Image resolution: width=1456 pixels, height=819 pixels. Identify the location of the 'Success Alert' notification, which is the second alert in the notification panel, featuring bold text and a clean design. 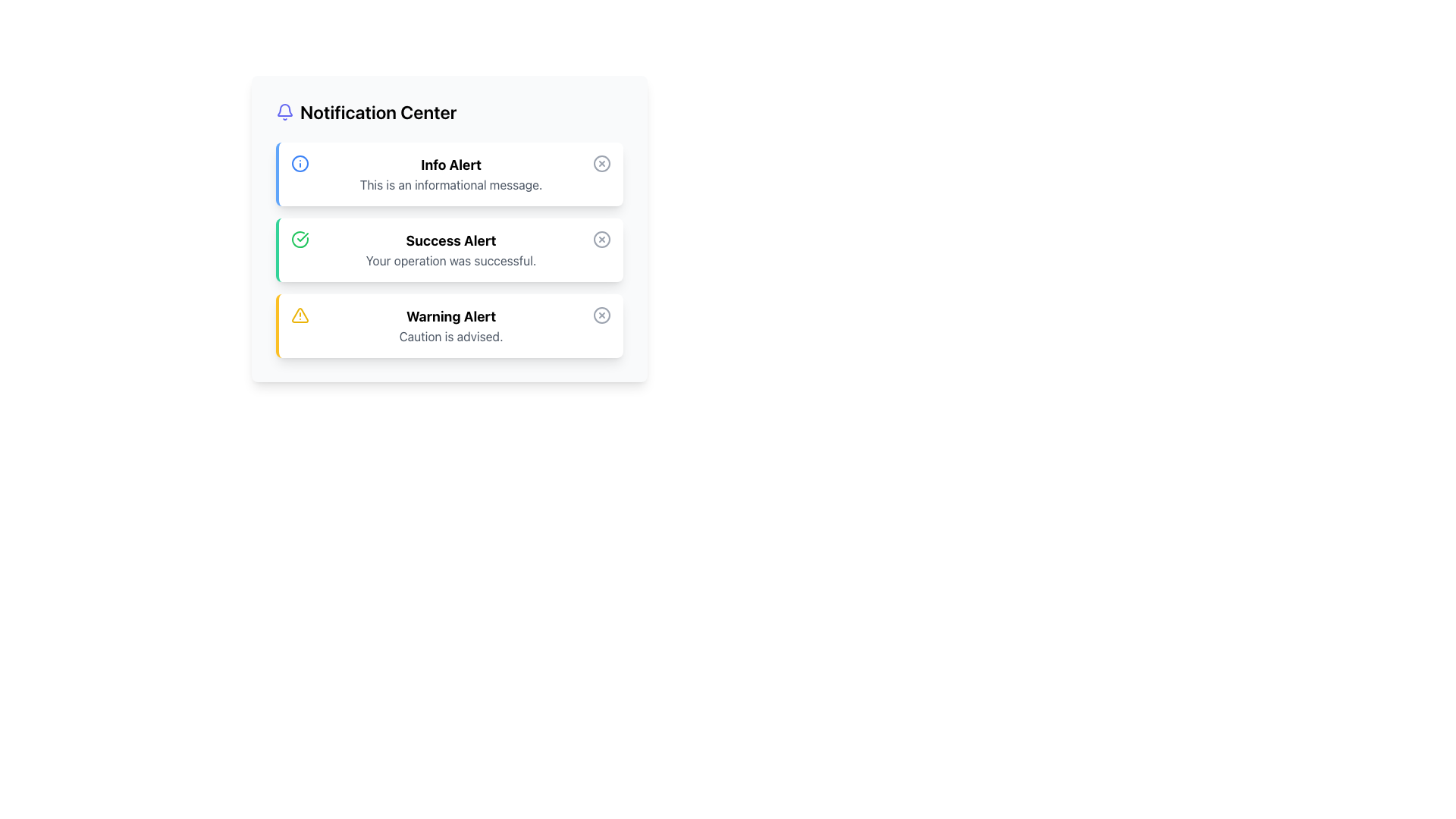
(450, 249).